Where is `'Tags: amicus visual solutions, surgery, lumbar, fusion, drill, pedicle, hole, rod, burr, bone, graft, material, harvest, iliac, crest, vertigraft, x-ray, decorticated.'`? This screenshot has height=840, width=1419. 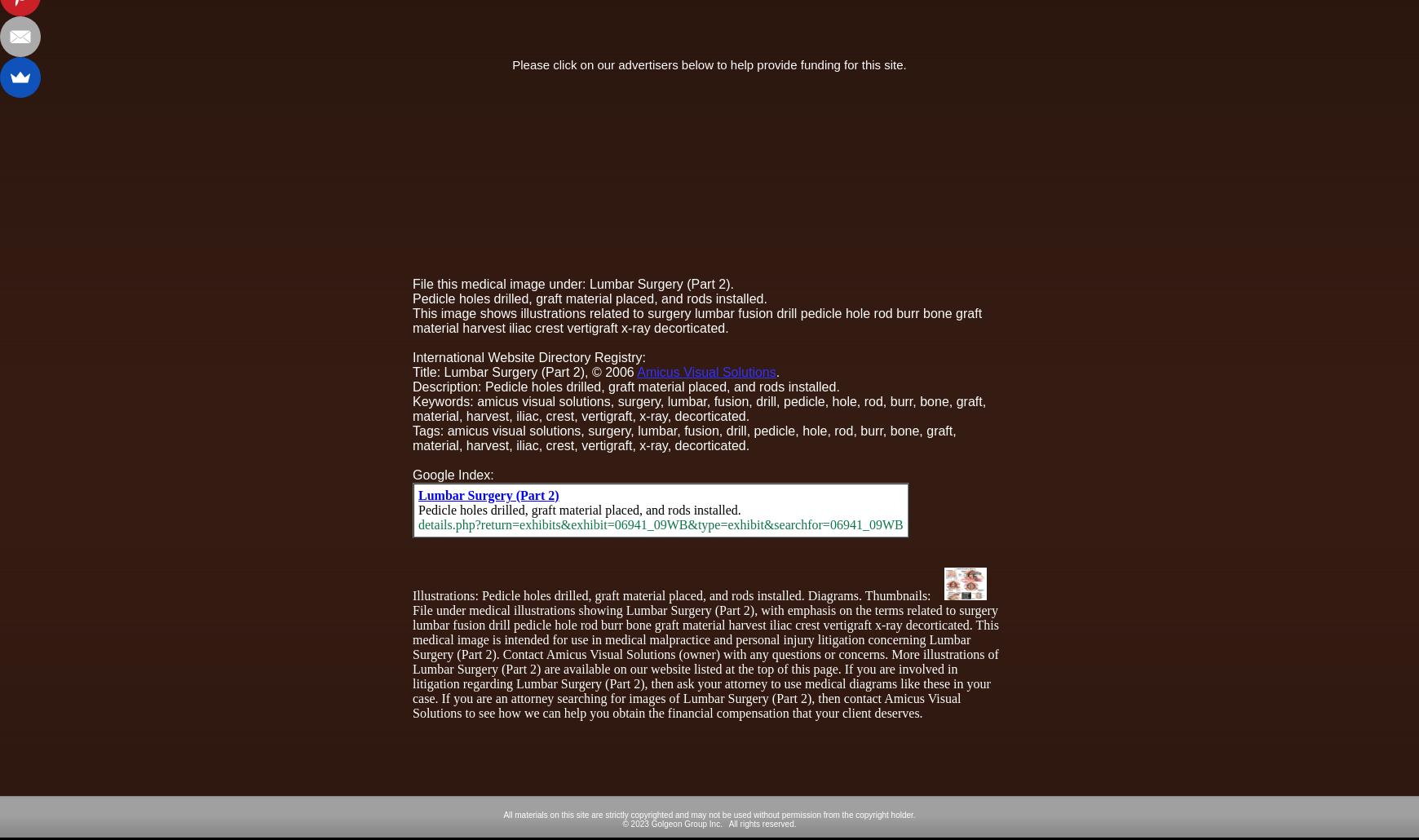 'Tags: amicus visual solutions, surgery, lumbar, fusion, drill, pedicle, hole, rod, burr, bone, graft, material, harvest, iliac, crest, vertigraft, x-ray, decorticated.' is located at coordinates (411, 437).